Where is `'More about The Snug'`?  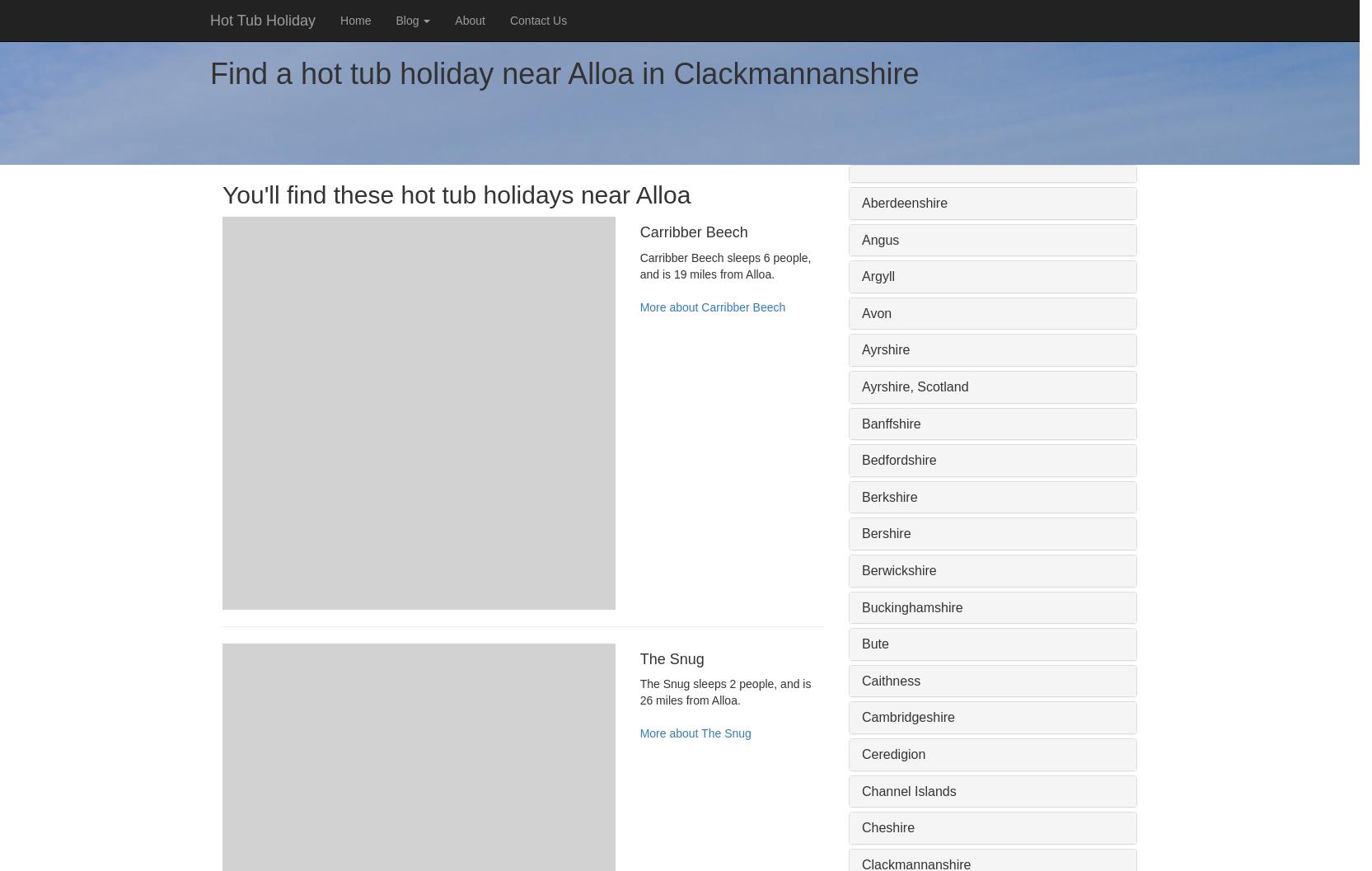 'More about The Snug' is located at coordinates (695, 732).